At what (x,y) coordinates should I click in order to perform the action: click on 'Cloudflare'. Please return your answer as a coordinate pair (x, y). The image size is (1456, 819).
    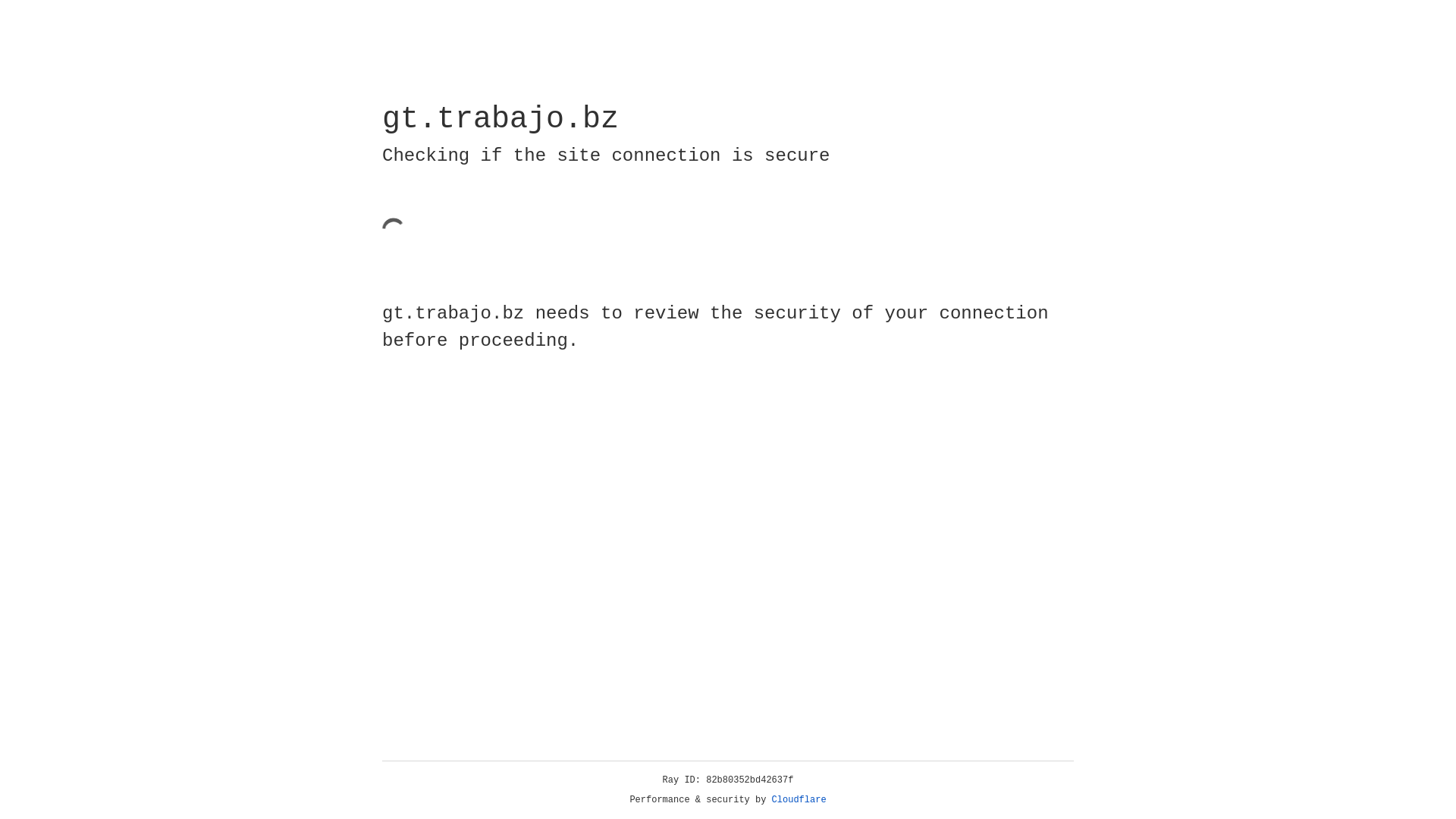
    Looking at the image, I should click on (799, 799).